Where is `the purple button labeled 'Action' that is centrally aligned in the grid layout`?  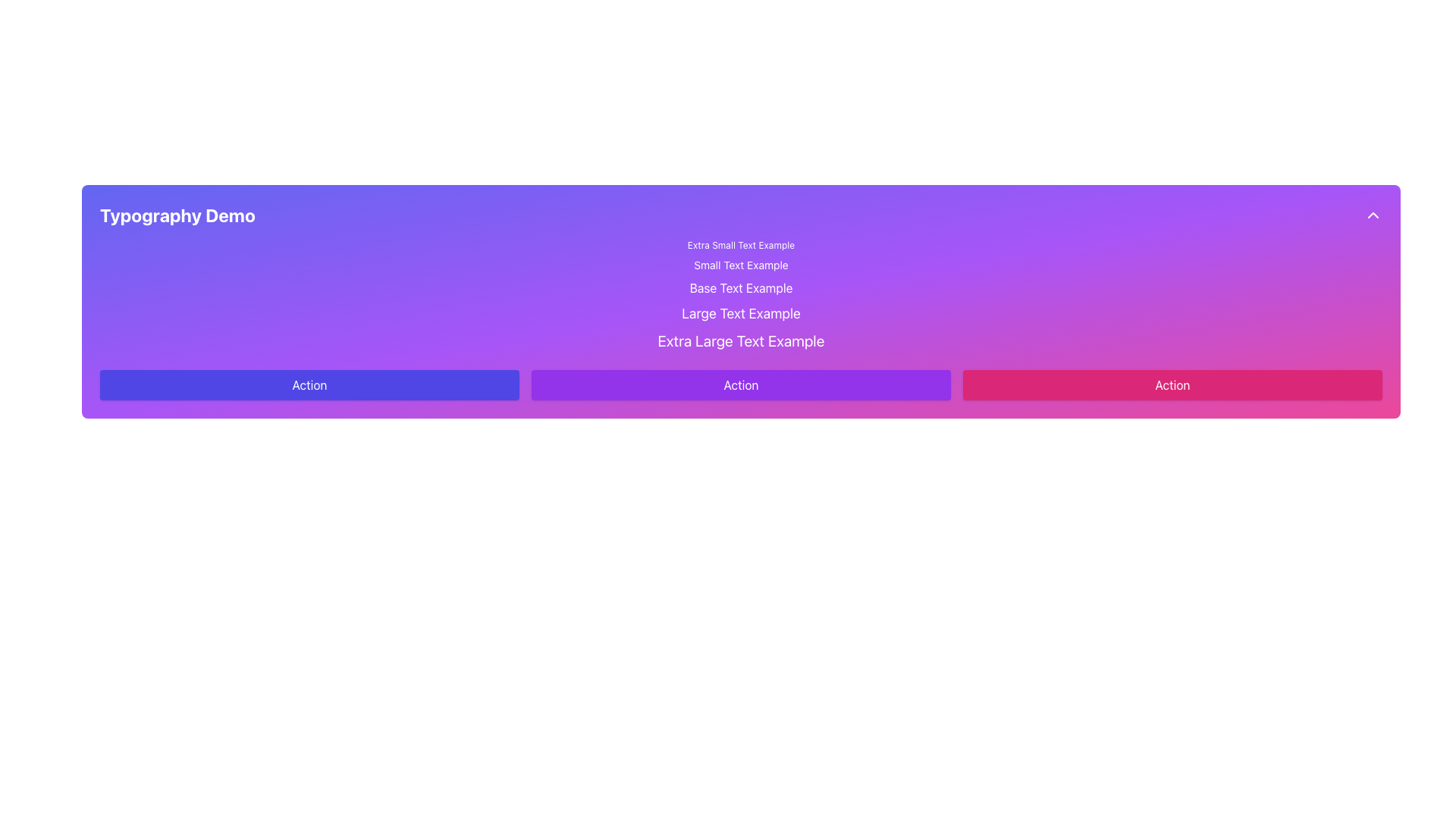
the purple button labeled 'Action' that is centrally aligned in the grid layout is located at coordinates (741, 384).